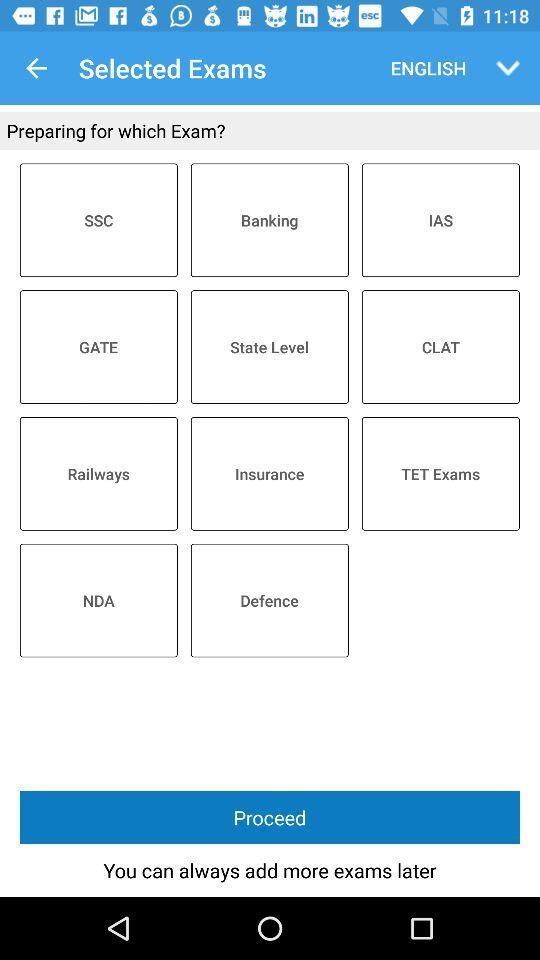  What do you see at coordinates (423, 68) in the screenshot?
I see `the text which is left to the drop down` at bounding box center [423, 68].